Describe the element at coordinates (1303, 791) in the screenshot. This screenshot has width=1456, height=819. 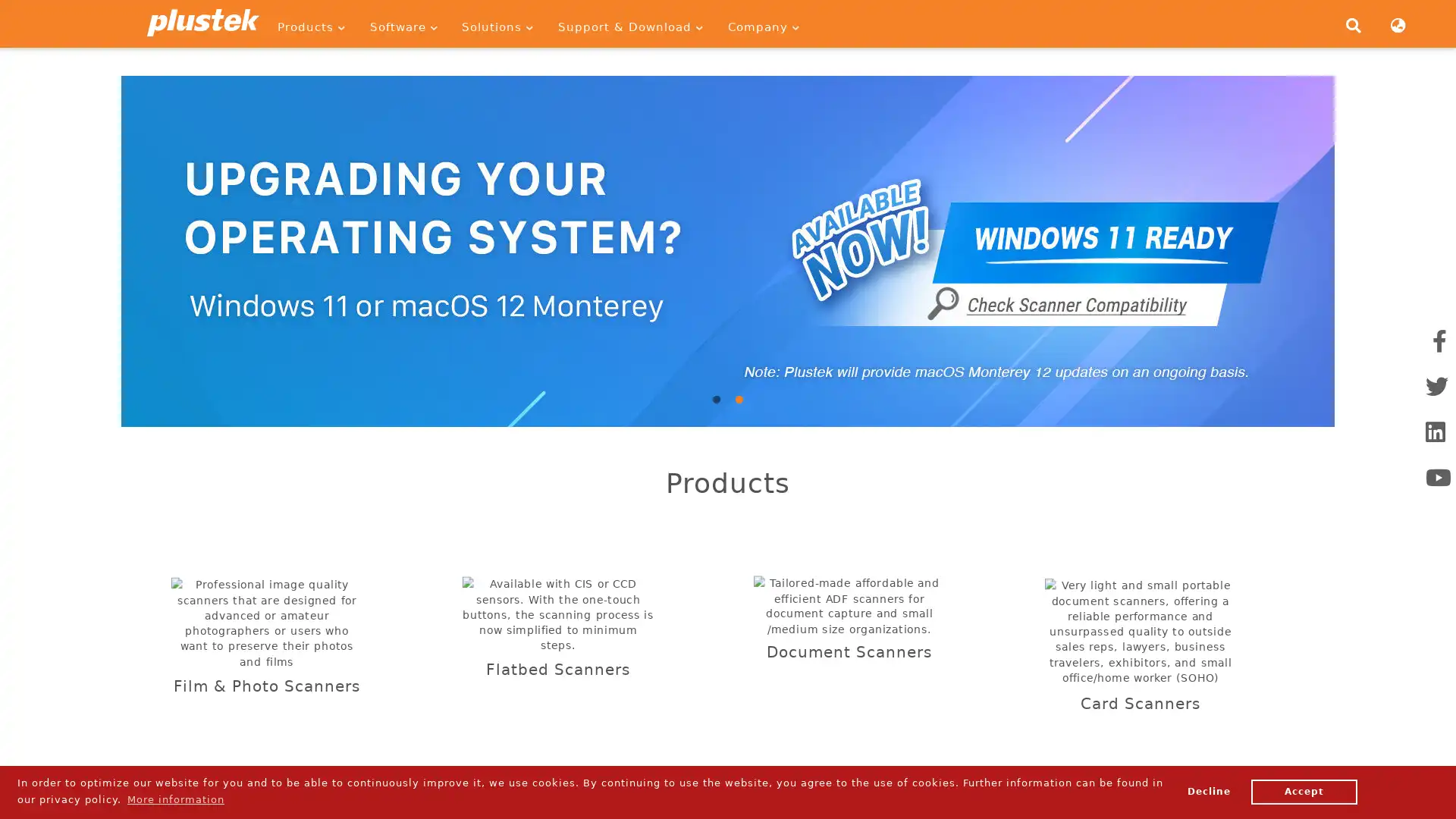
I see `dismiss cookie message` at that location.